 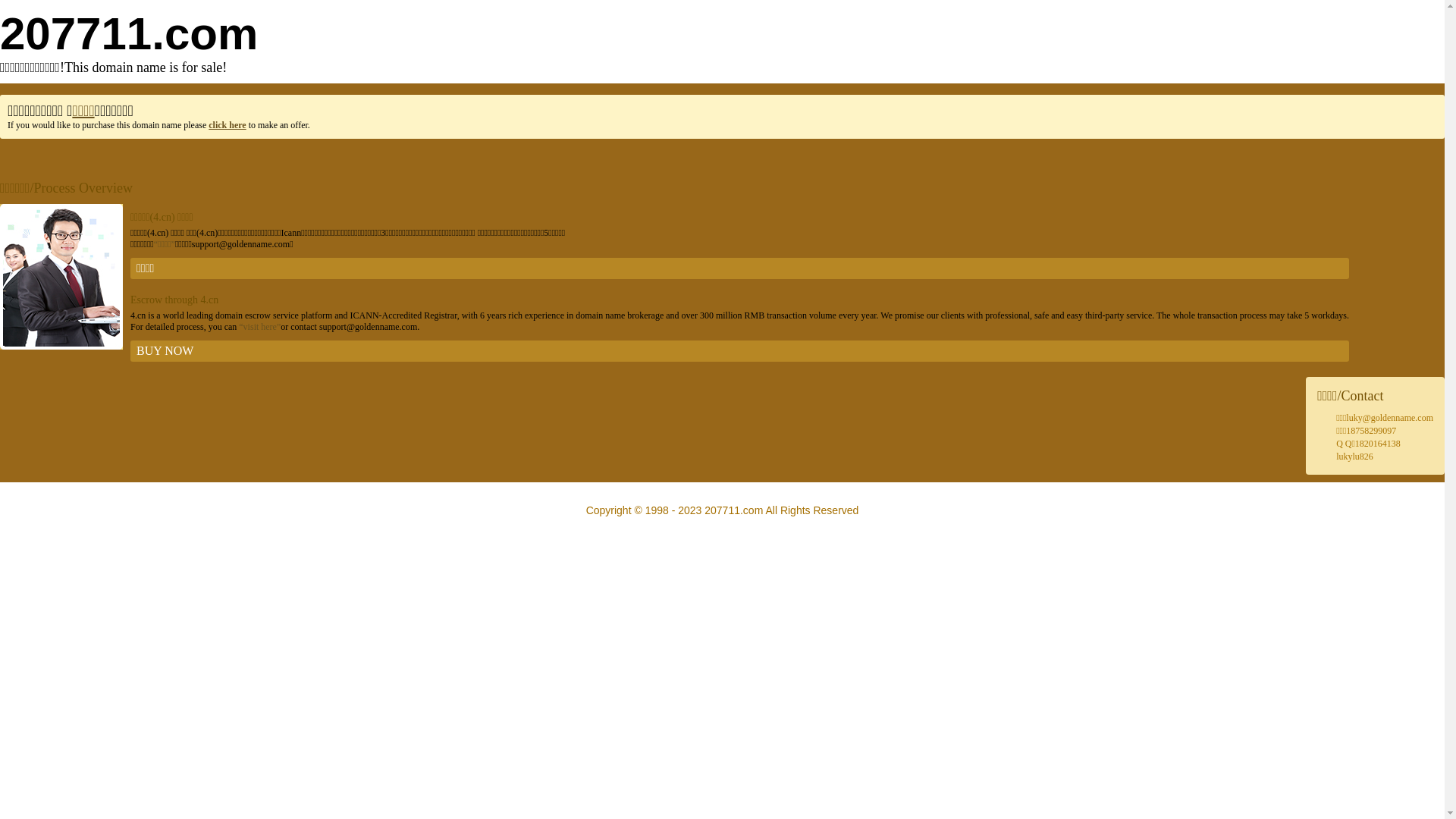 I want to click on 'click here', so click(x=226, y=124).